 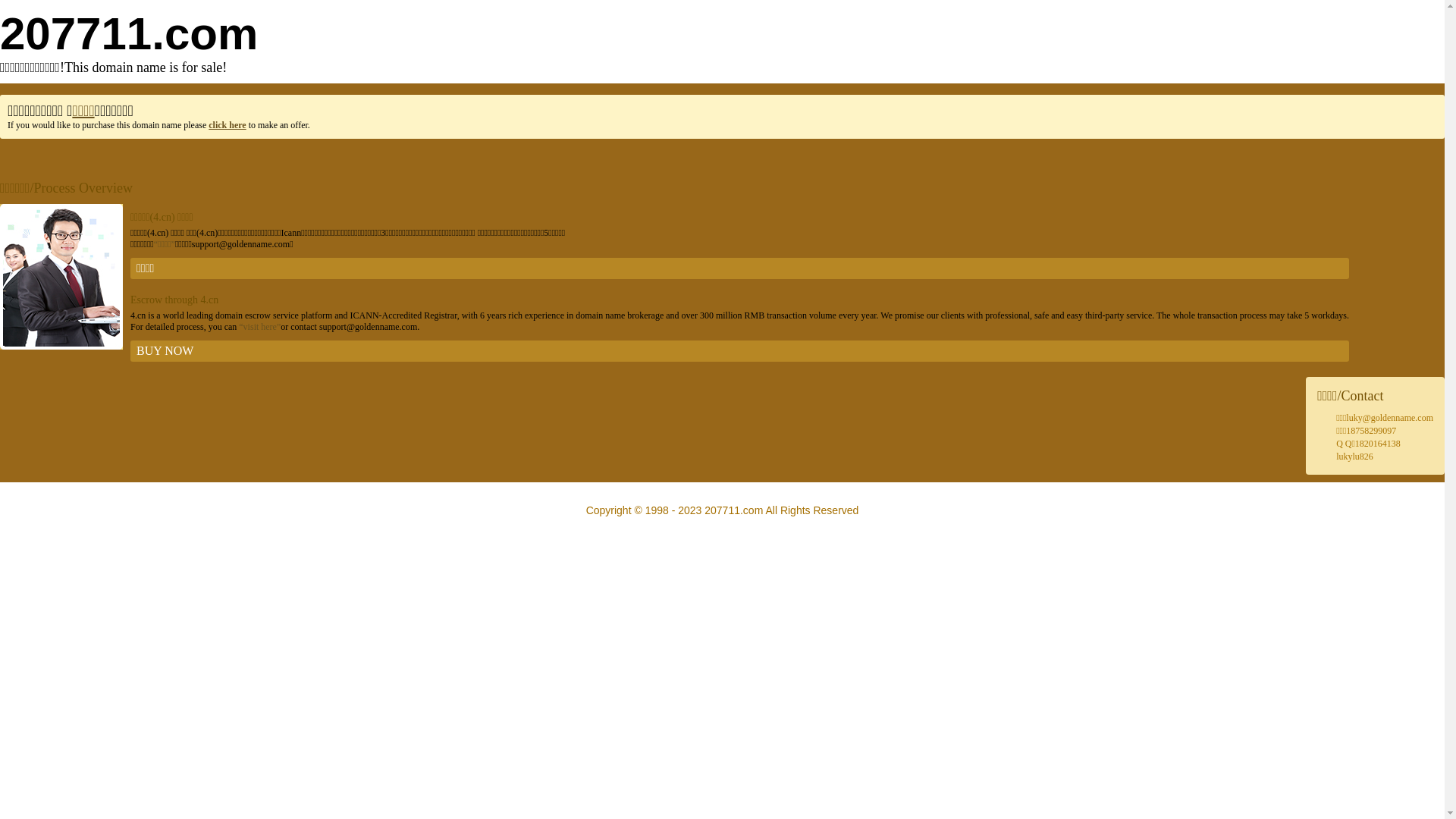 I want to click on 'click here', so click(x=226, y=124).